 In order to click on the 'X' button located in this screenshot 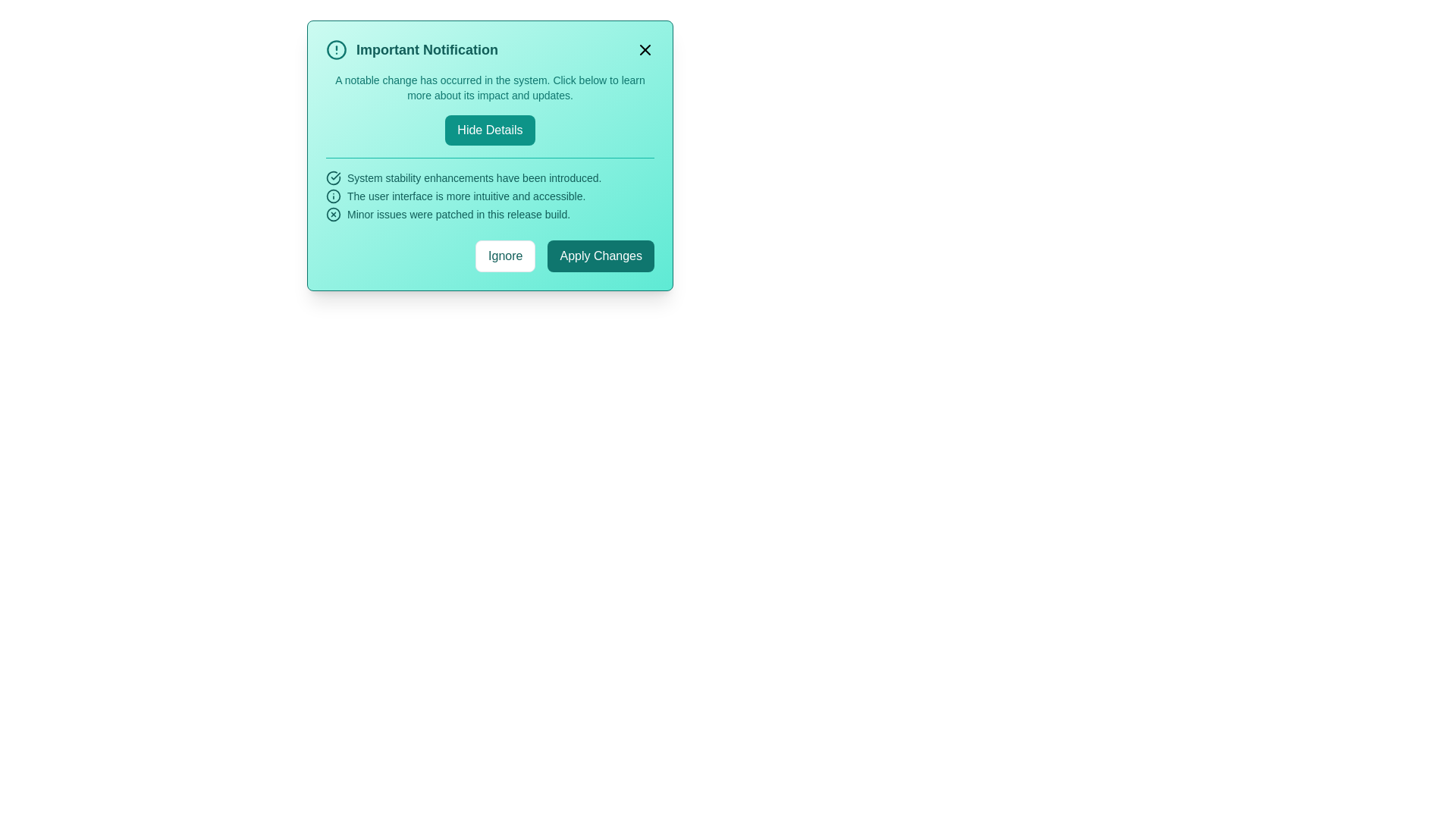, I will do `click(645, 49)`.